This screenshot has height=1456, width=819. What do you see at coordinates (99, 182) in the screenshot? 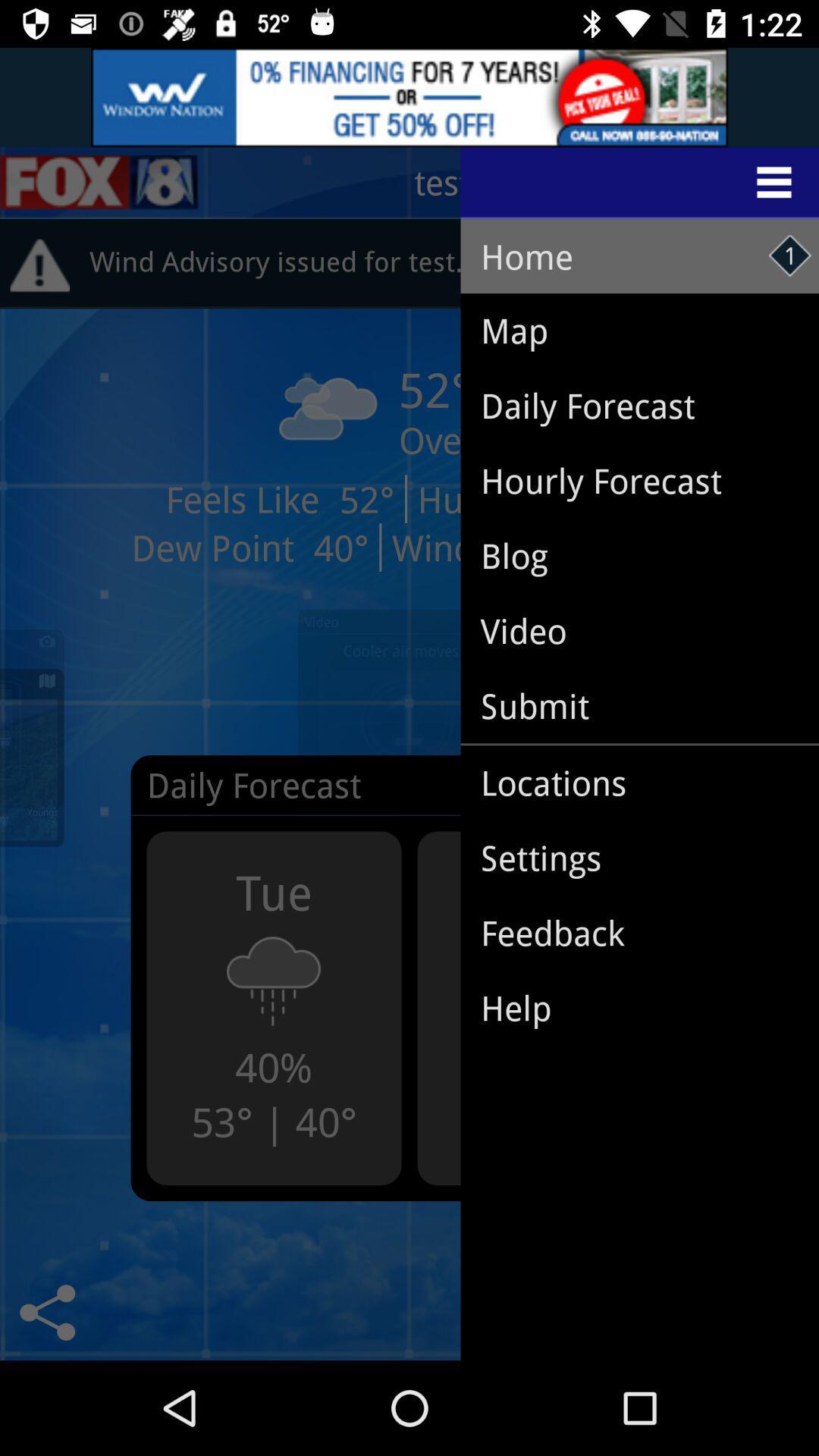
I see `the sliders icon` at bounding box center [99, 182].